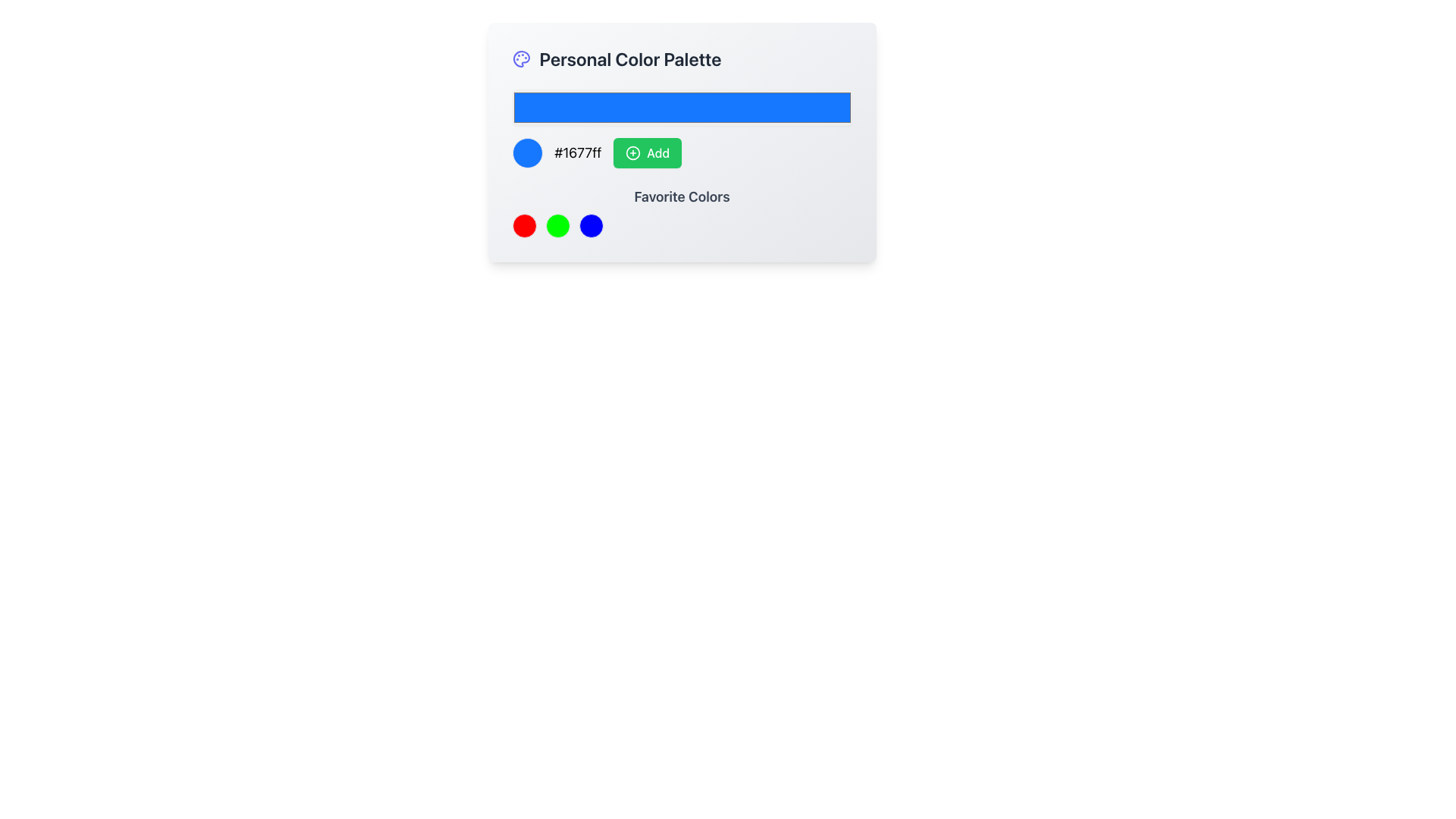 Image resolution: width=1456 pixels, height=819 pixels. Describe the element at coordinates (590, 225) in the screenshot. I see `the deep blue circular color indicator button, which is the third in a row of circular buttons below 'Favorite Colors'` at that location.